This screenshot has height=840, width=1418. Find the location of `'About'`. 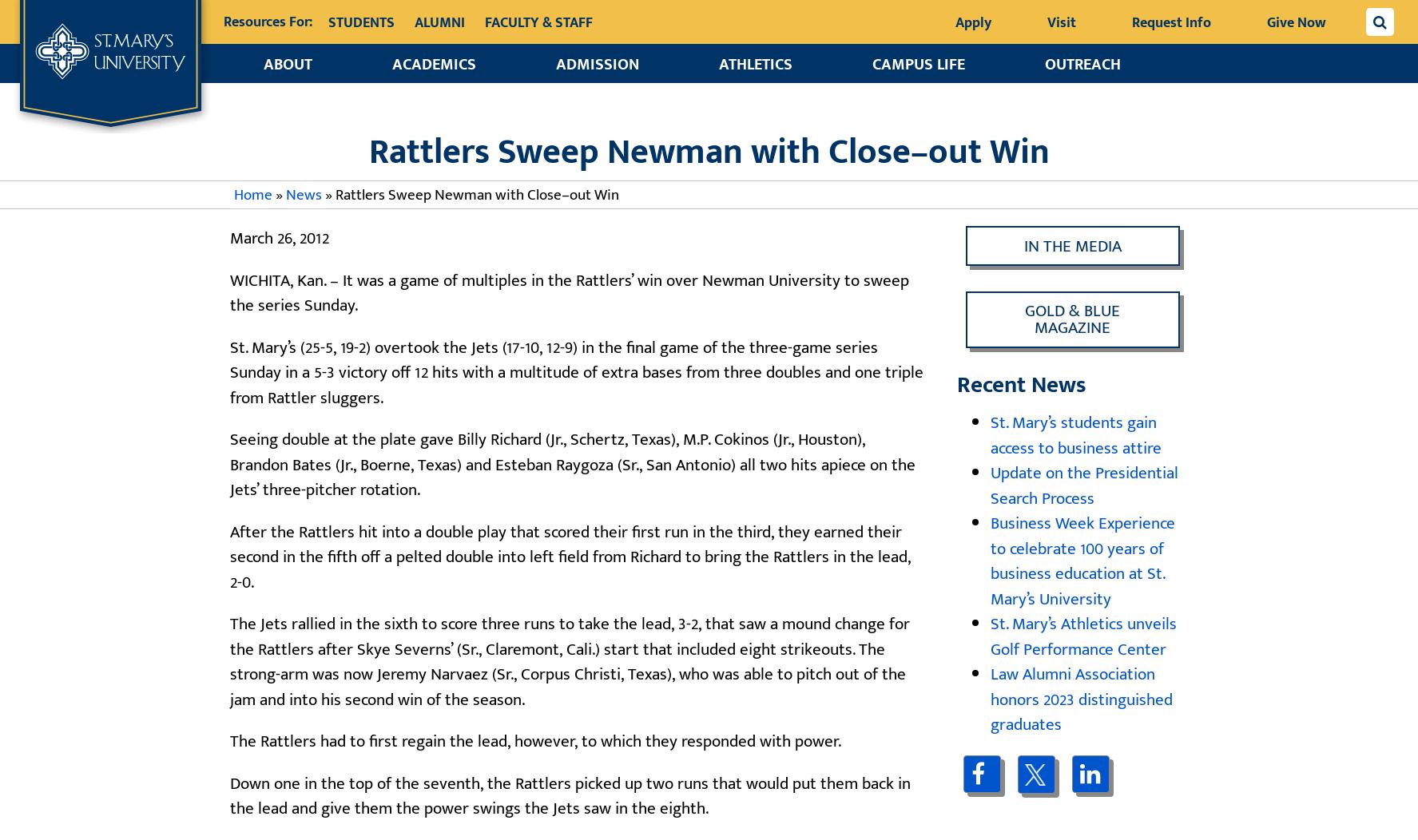

'About' is located at coordinates (287, 64).